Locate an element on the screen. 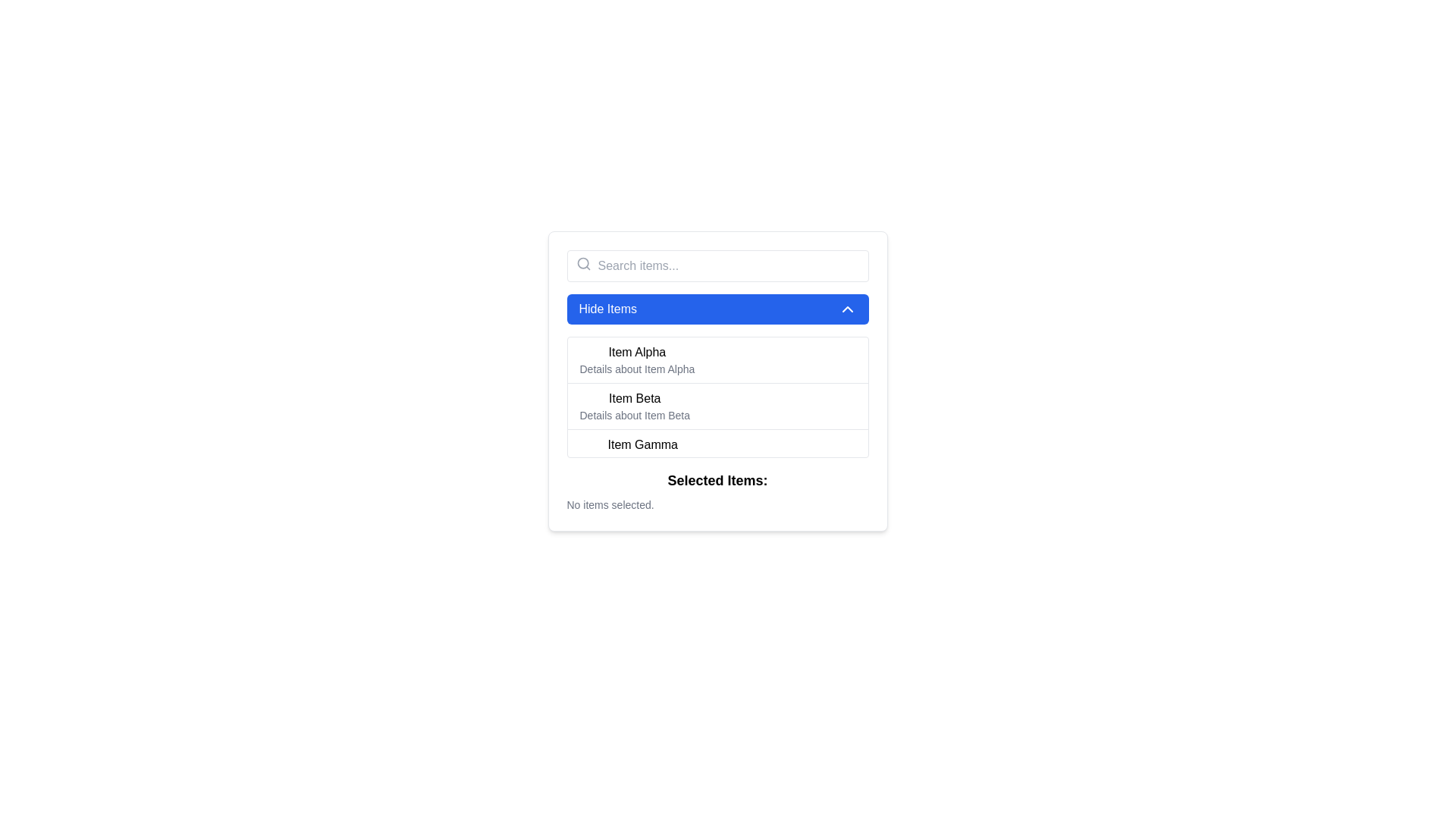  text label that specifies 'Details about Item Beta', which is styled with a smaller font size and gray color, located in the description section of the second list item, directly below the 'Item Beta' title is located at coordinates (635, 415).